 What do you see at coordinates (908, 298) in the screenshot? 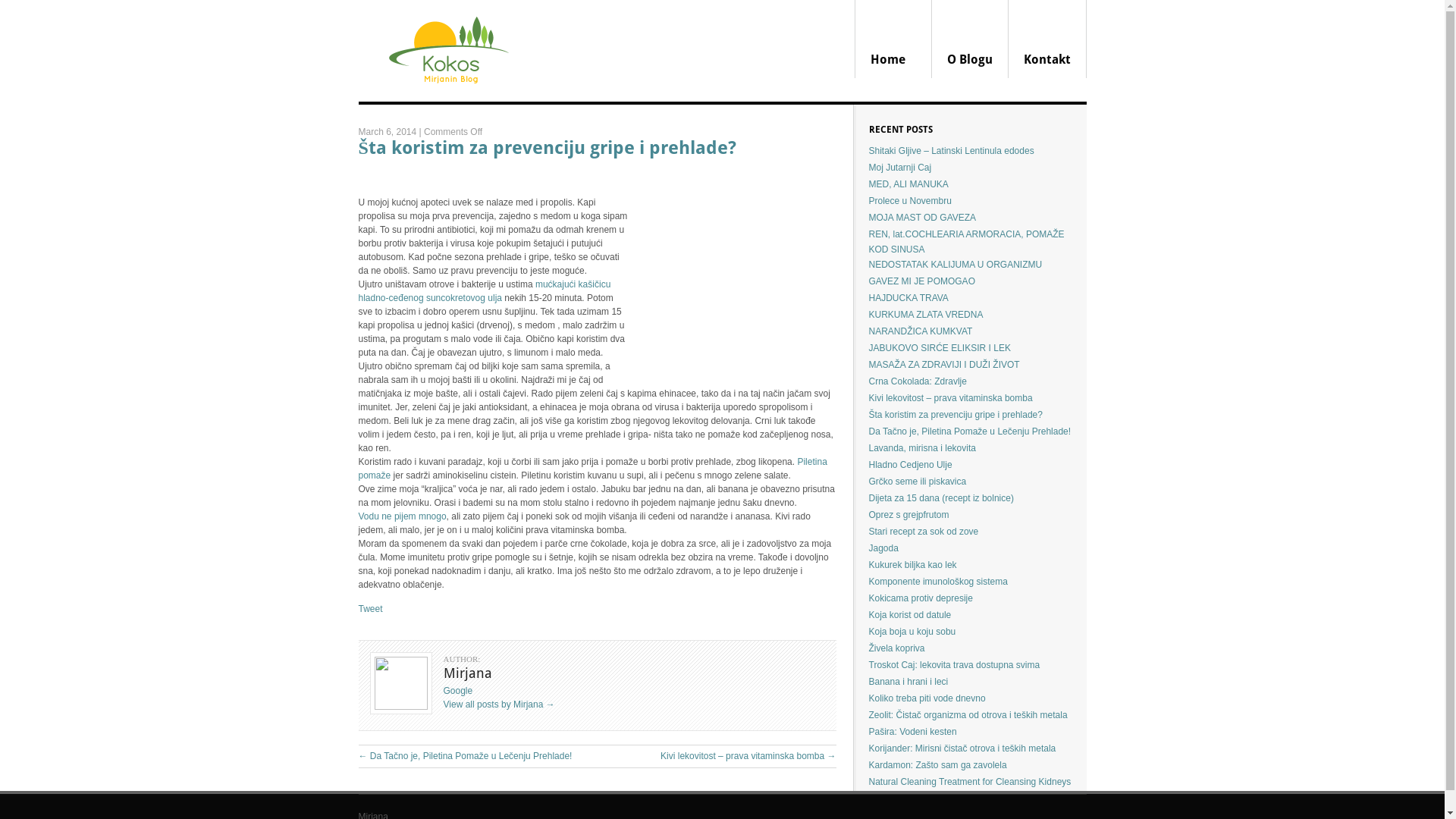
I see `'HAJDUCKA TRAVA'` at bounding box center [908, 298].